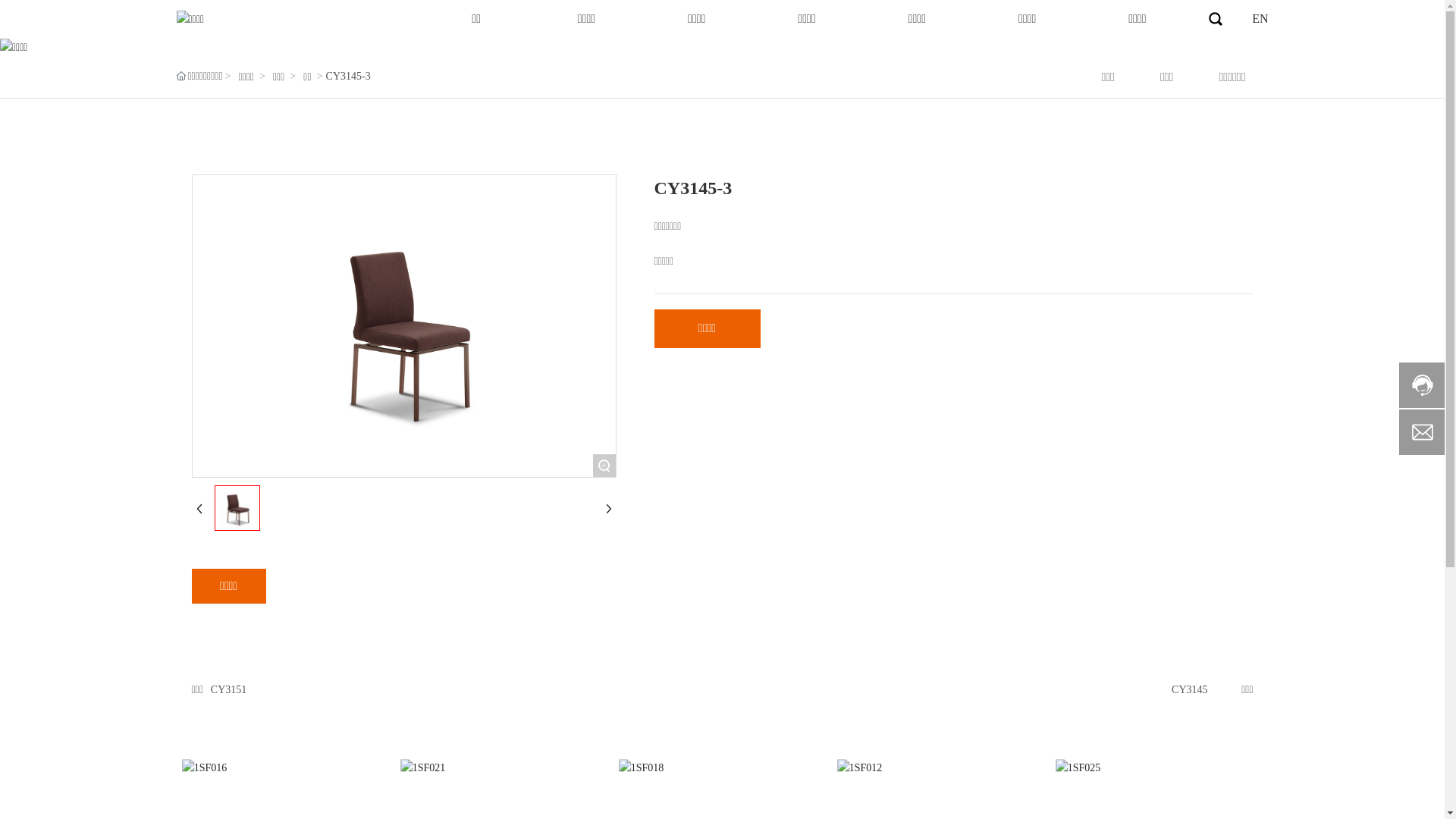 The height and width of the screenshot is (819, 1456). I want to click on '1SF012', so click(940, 768).